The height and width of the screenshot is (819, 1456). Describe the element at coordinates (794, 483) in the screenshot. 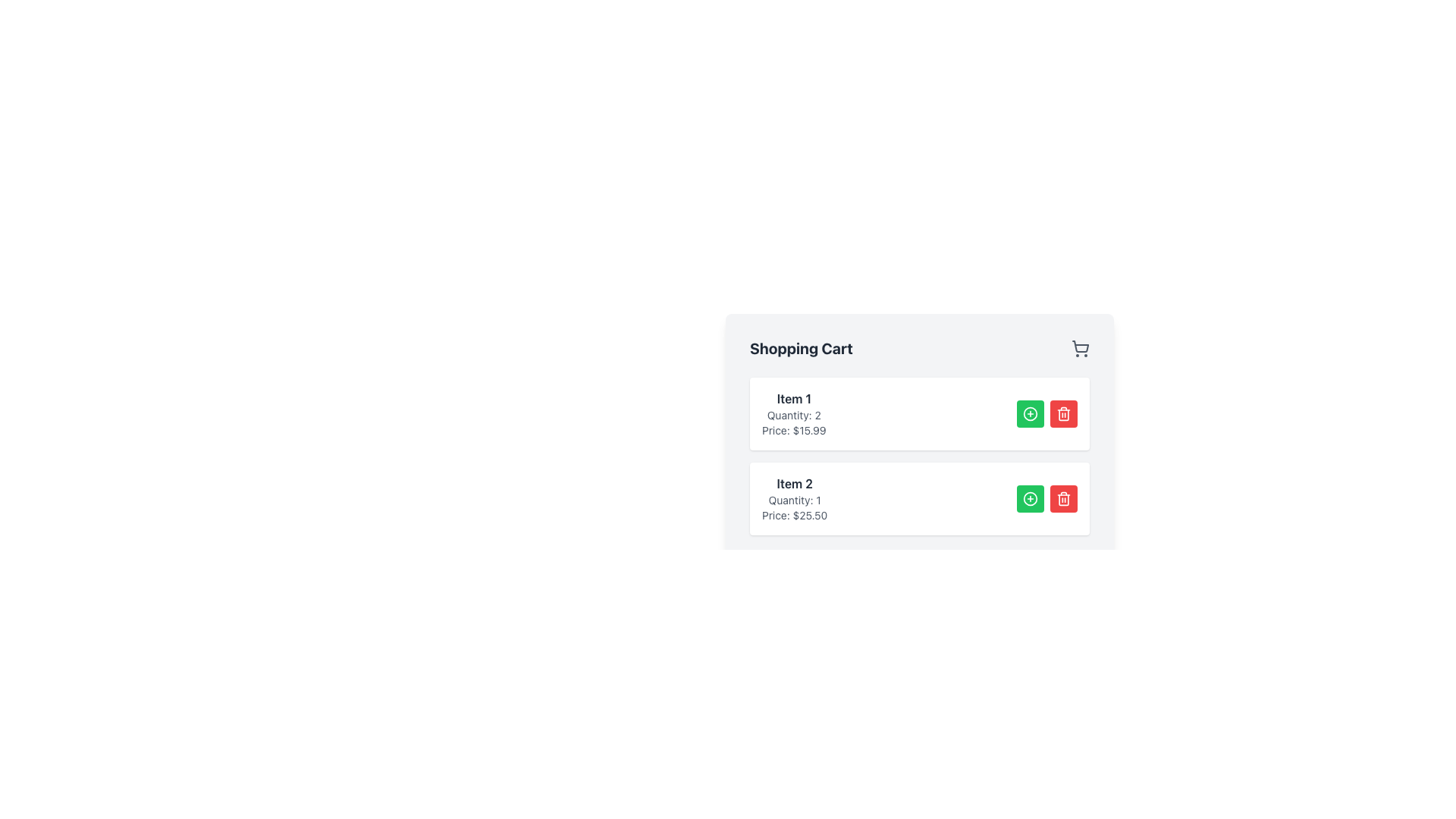

I see `the text element displaying 'Item 2' in the 'Shopping Cart' section, which is styled with bold font and dark gray color` at that location.